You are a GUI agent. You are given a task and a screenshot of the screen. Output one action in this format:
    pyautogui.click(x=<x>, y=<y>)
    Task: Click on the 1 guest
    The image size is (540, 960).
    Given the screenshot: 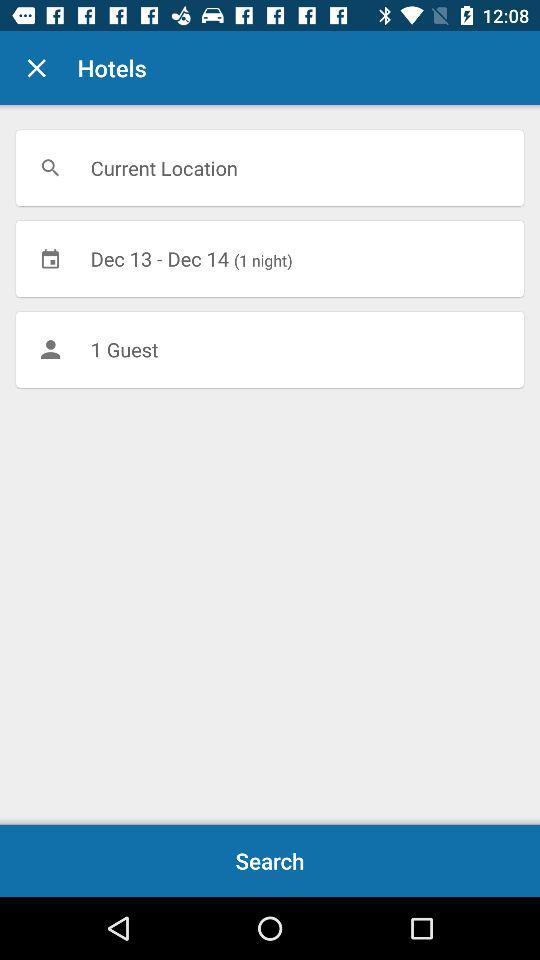 What is the action you would take?
    pyautogui.click(x=270, y=349)
    